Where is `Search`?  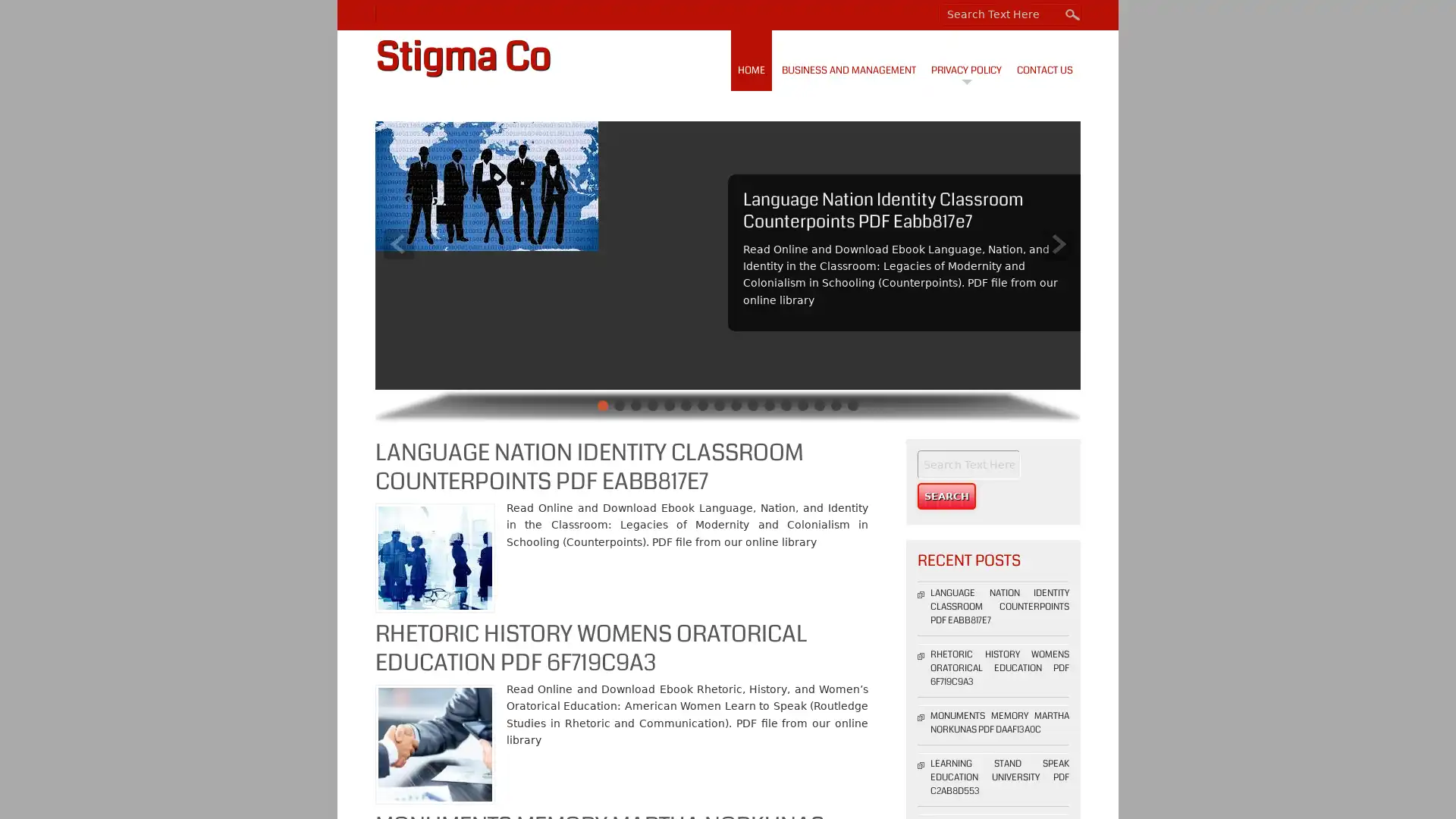 Search is located at coordinates (946, 496).